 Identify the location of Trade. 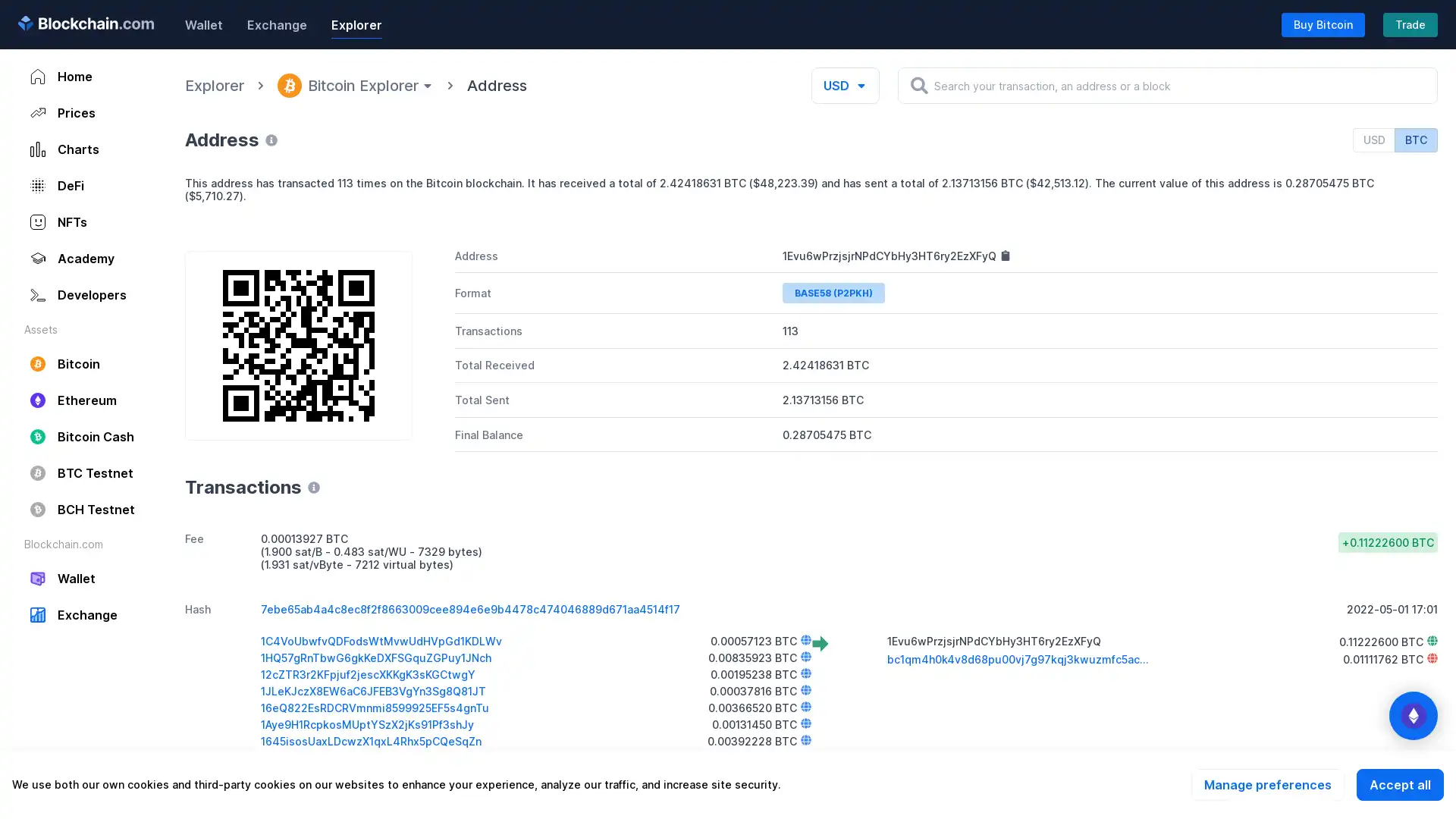
(1410, 24).